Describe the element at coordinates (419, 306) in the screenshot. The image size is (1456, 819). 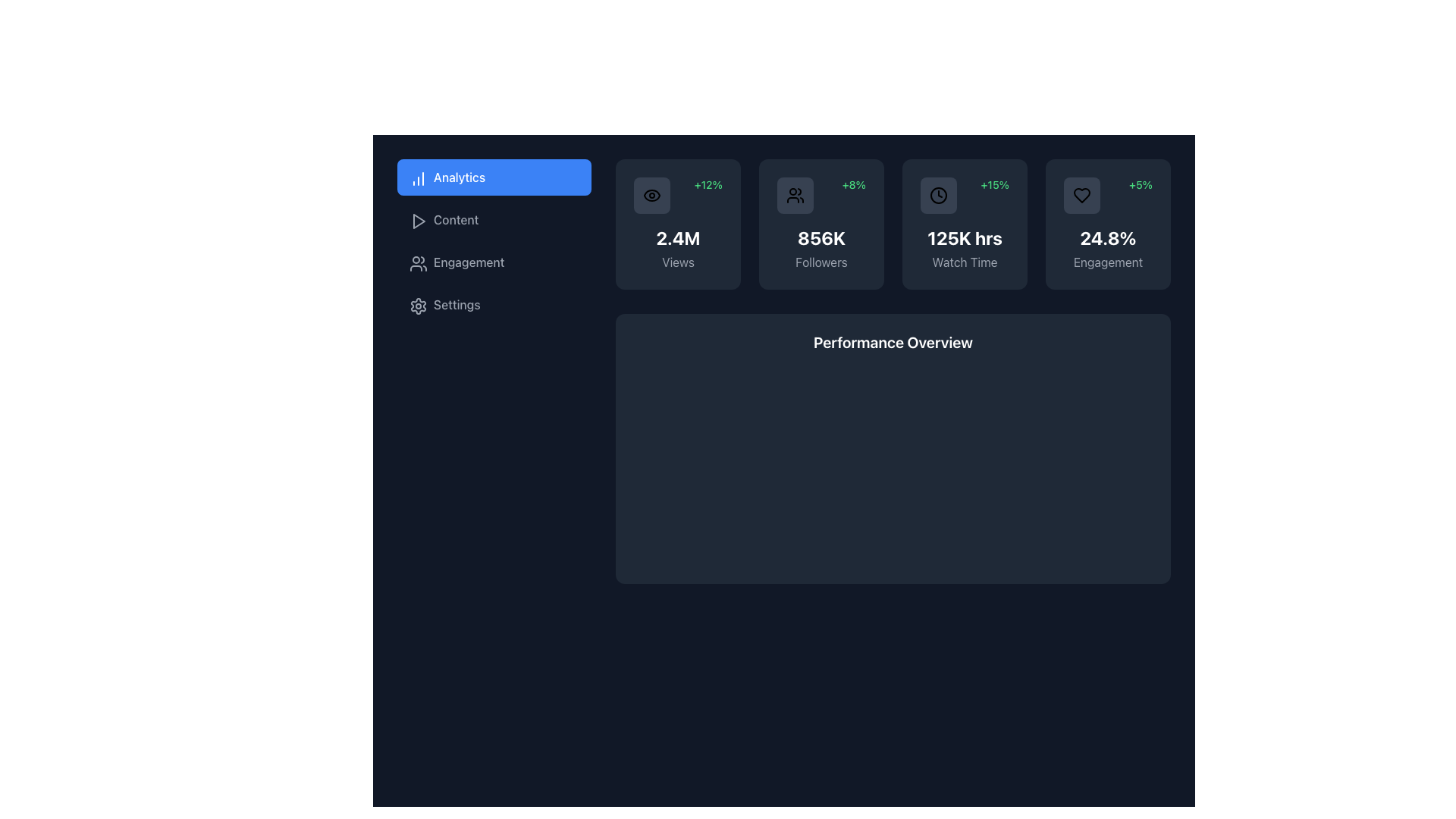
I see `the graphical gear icon representing settings in the left-hand navigation menu, which is a larger cog-shaped figure with concentric layers of stylized protrusions` at that location.